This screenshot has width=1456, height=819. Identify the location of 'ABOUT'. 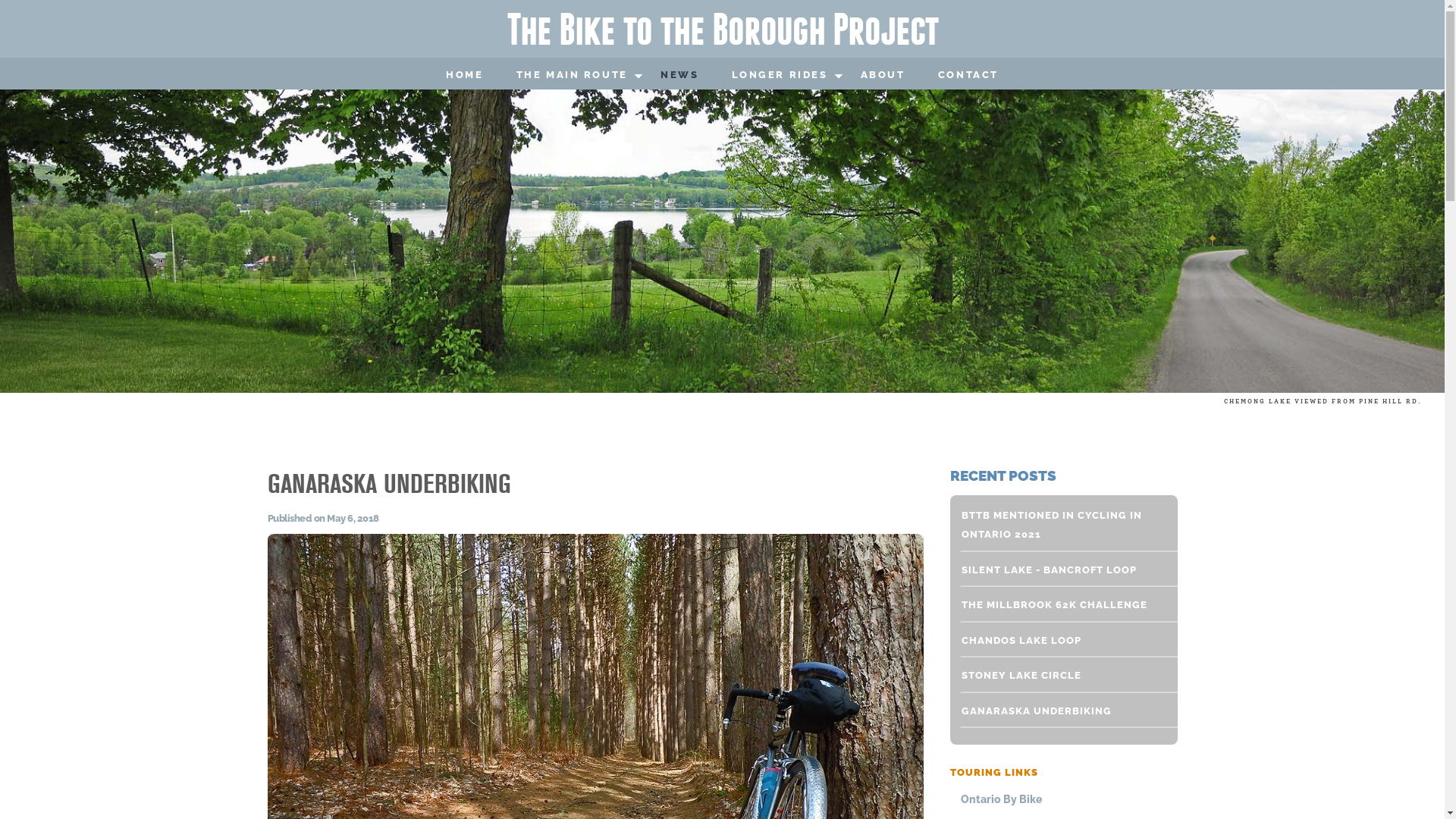
(882, 75).